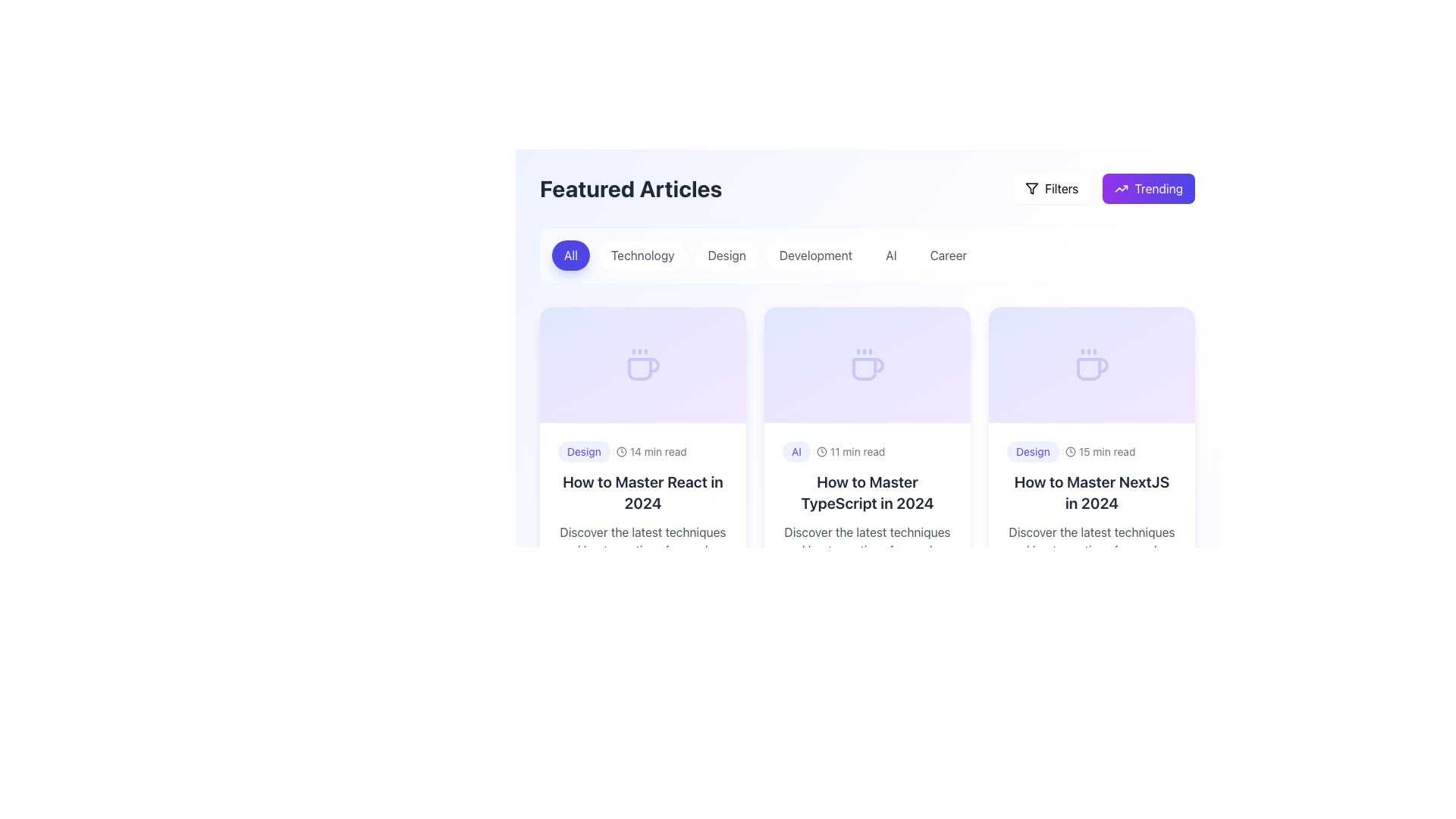 This screenshot has width=1456, height=819. What do you see at coordinates (651, 451) in the screenshot?
I see `the text element displaying '14 min read' with the adjacent clock icon, located below the 'Design' label in the article card layout, to potentially reveal a tooltip` at bounding box center [651, 451].